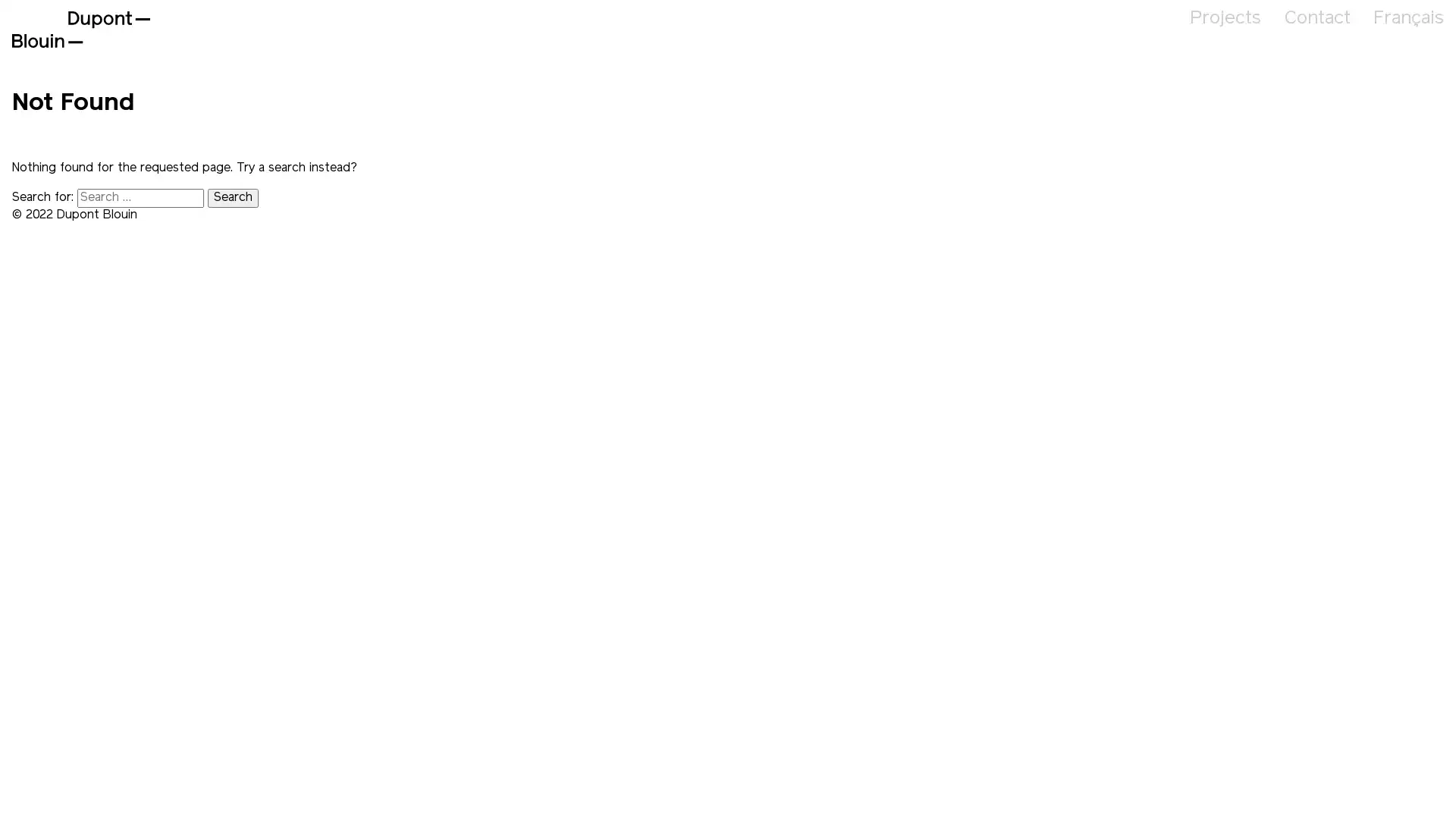 The width and height of the screenshot is (1456, 819). I want to click on Search, so click(232, 197).